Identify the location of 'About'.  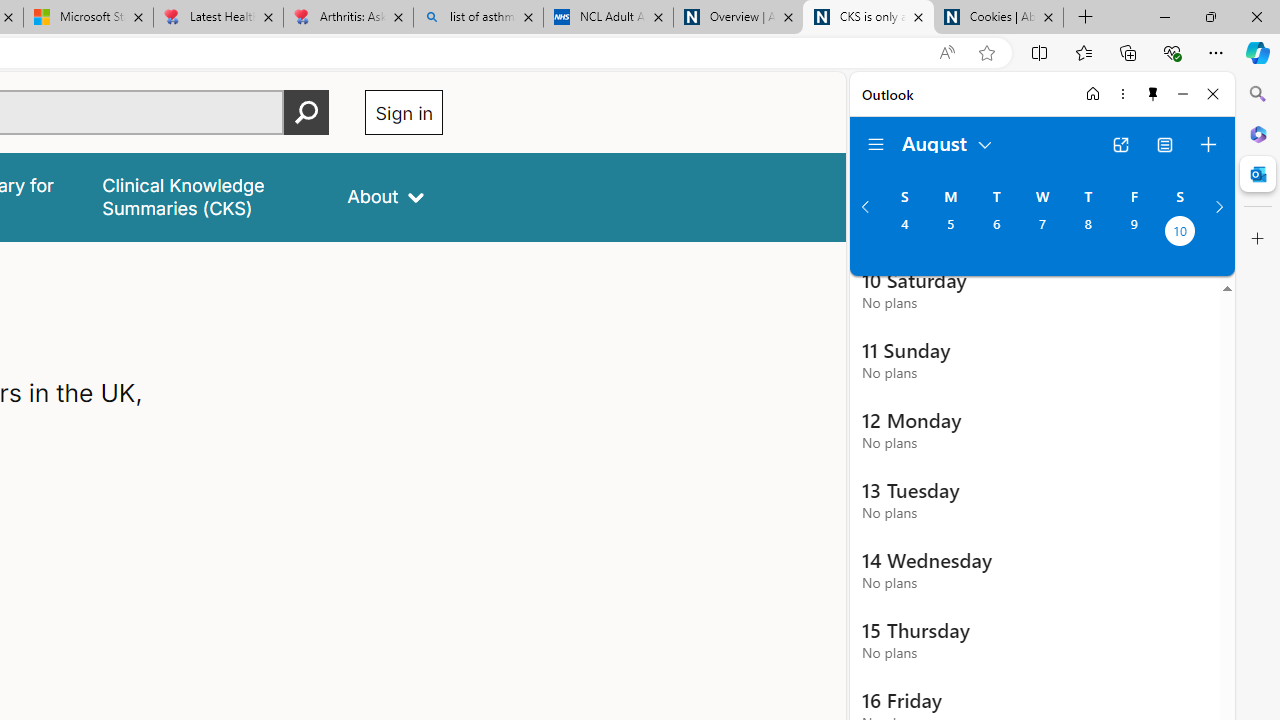
(386, 197).